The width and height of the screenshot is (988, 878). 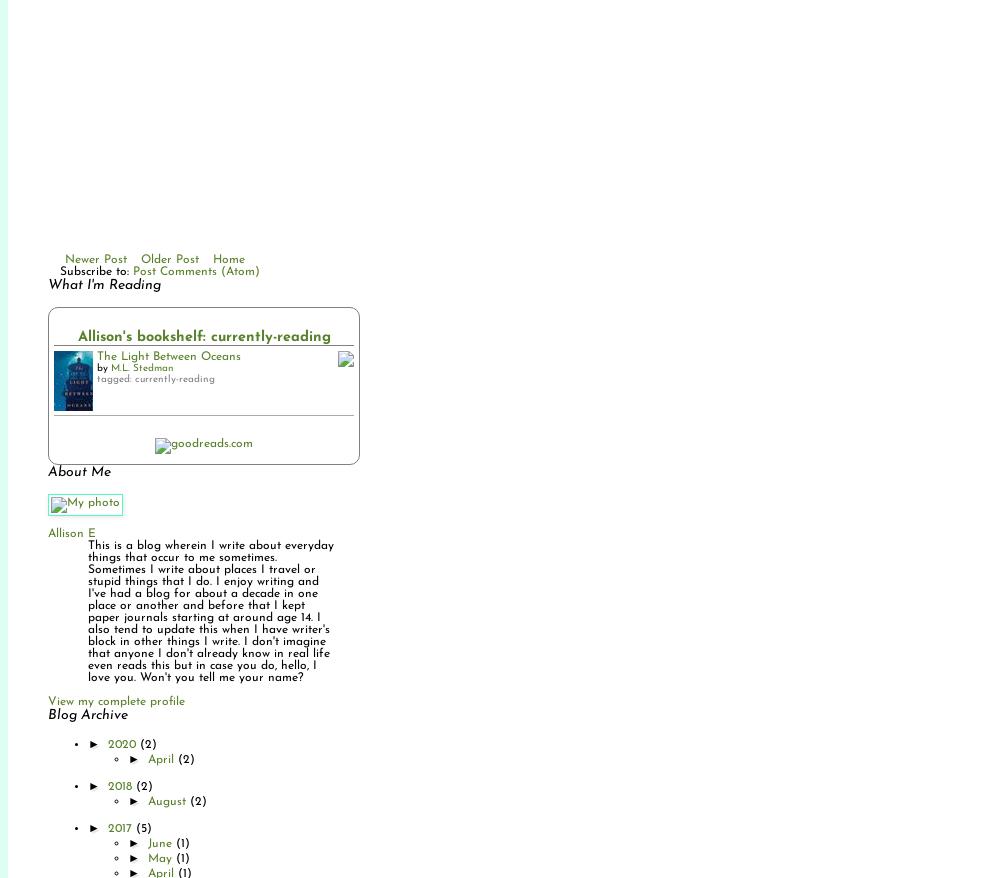 I want to click on 'What I'm Reading', so click(x=104, y=284).